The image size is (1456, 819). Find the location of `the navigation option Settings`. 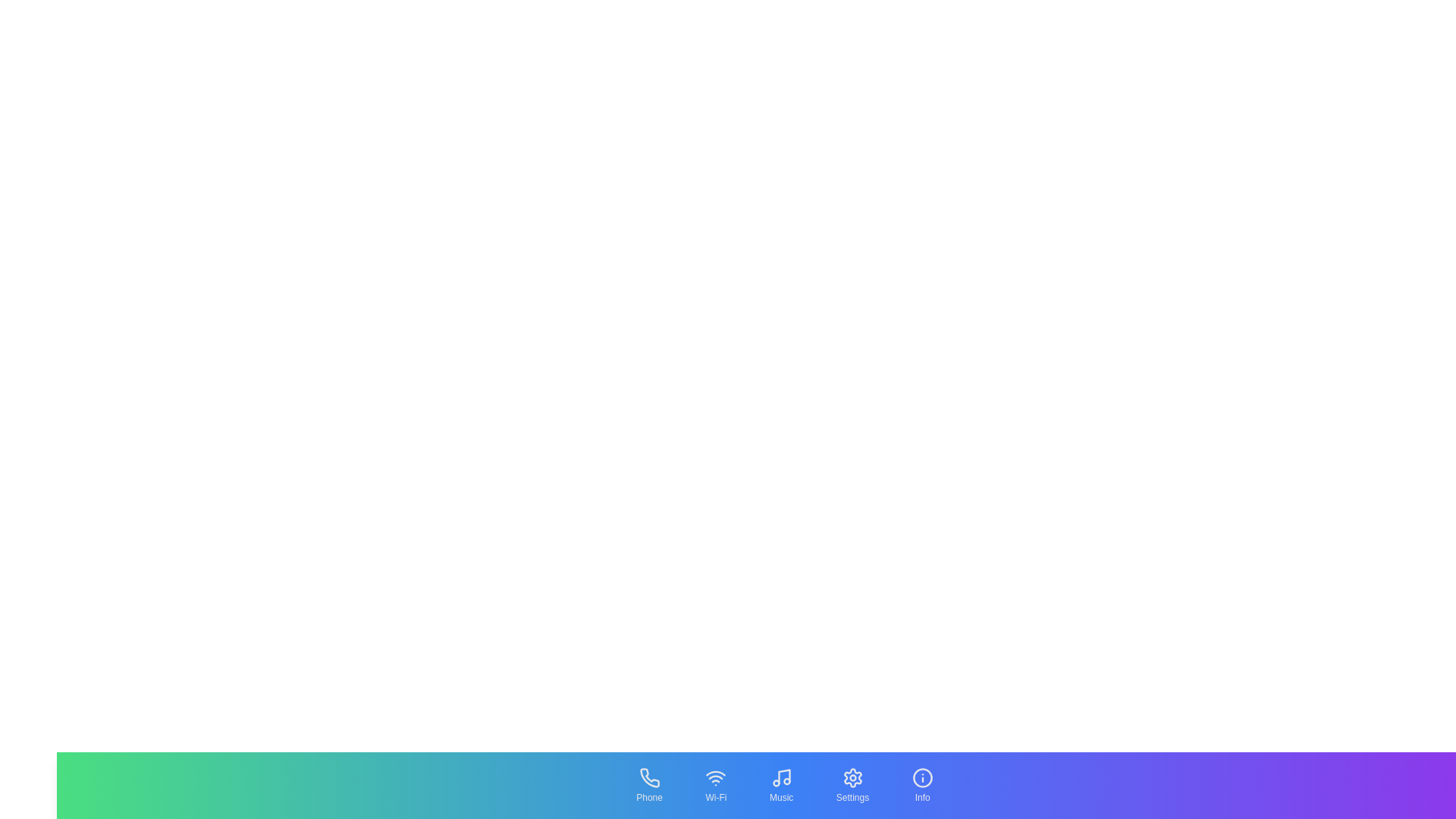

the navigation option Settings is located at coordinates (852, 785).